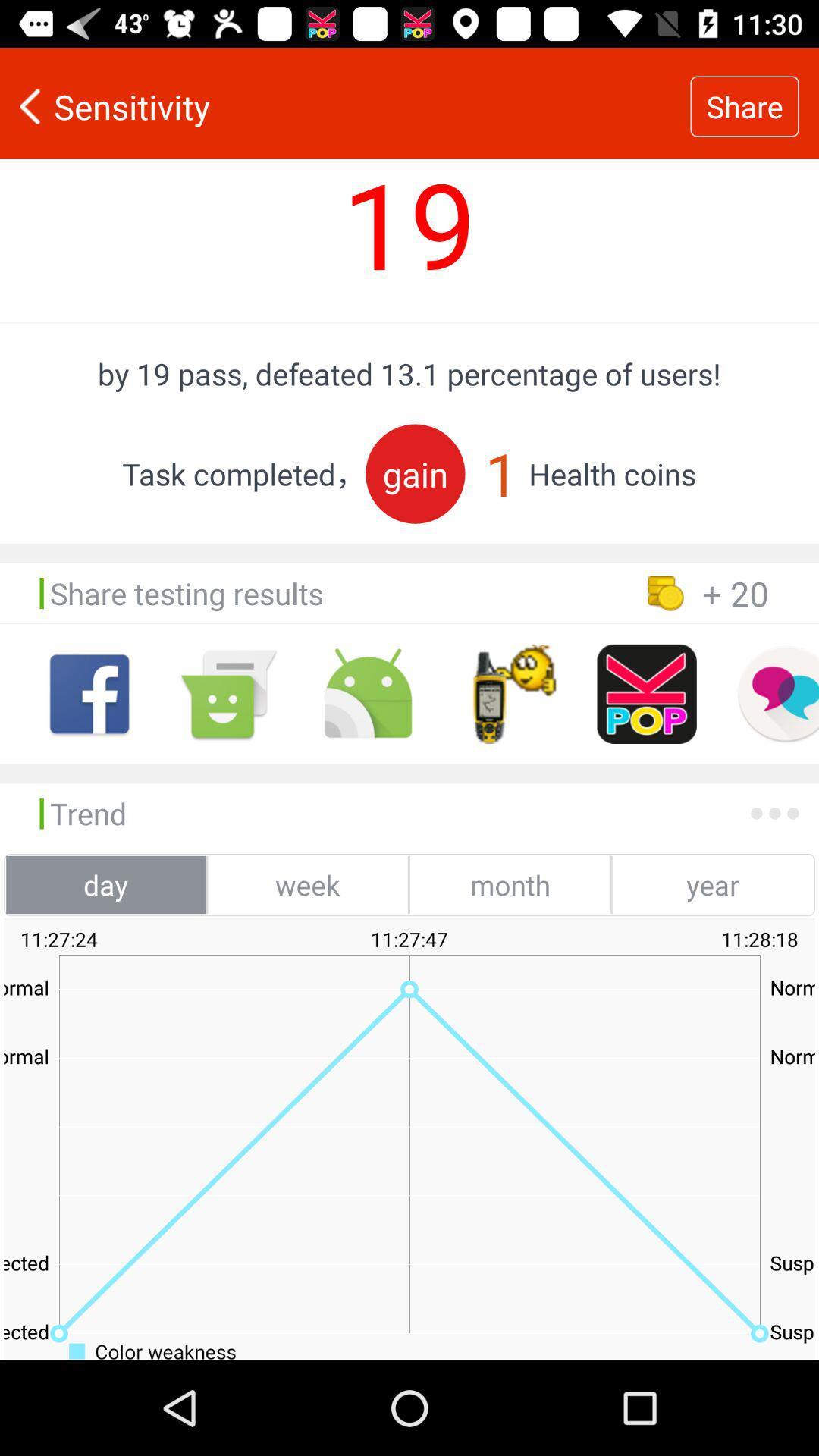 Image resolution: width=819 pixels, height=1456 pixels. I want to click on chat, so click(777, 693).